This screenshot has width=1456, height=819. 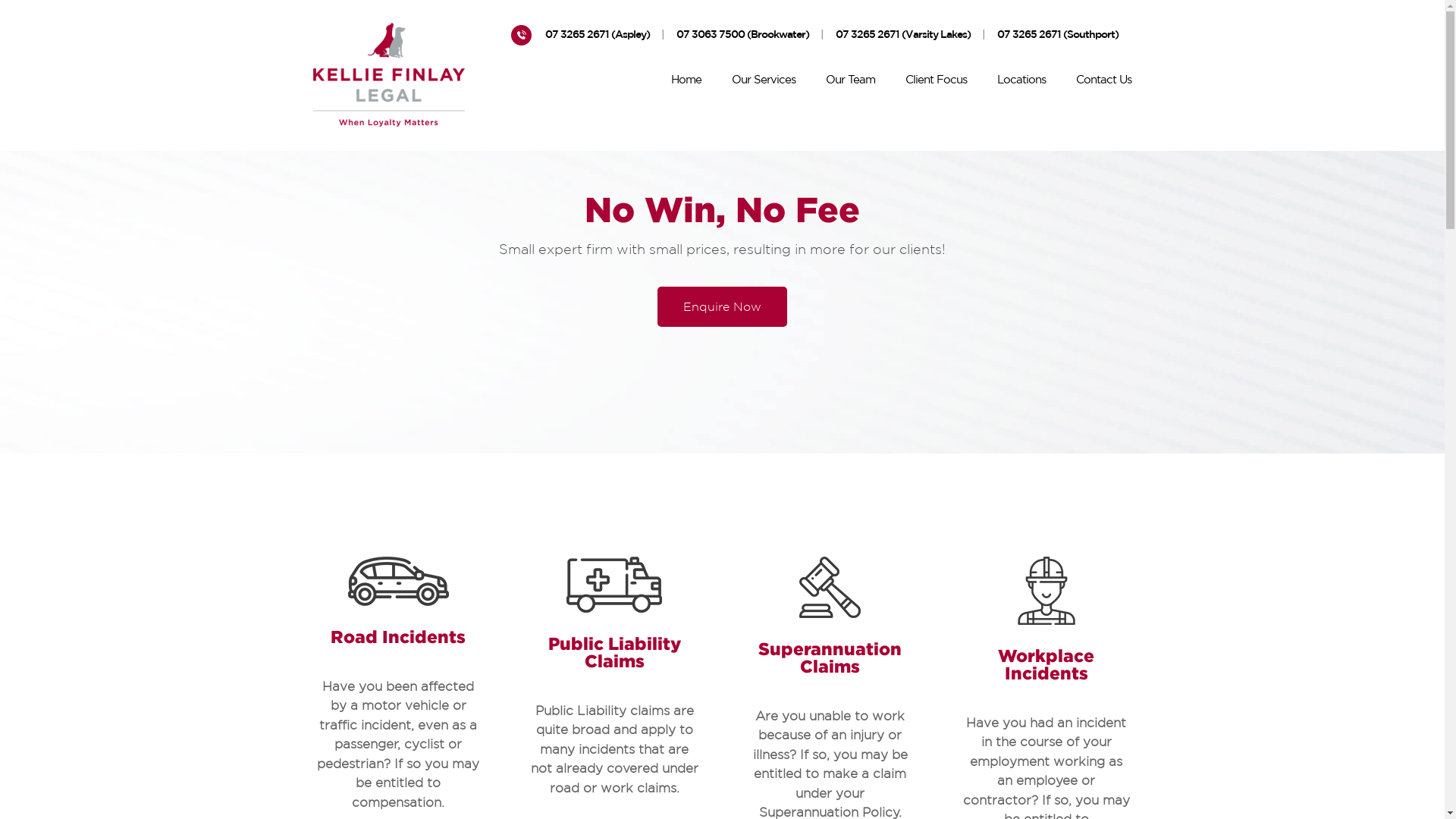 I want to click on '07 3265 2671 (Southport)', so click(x=1057, y=36).